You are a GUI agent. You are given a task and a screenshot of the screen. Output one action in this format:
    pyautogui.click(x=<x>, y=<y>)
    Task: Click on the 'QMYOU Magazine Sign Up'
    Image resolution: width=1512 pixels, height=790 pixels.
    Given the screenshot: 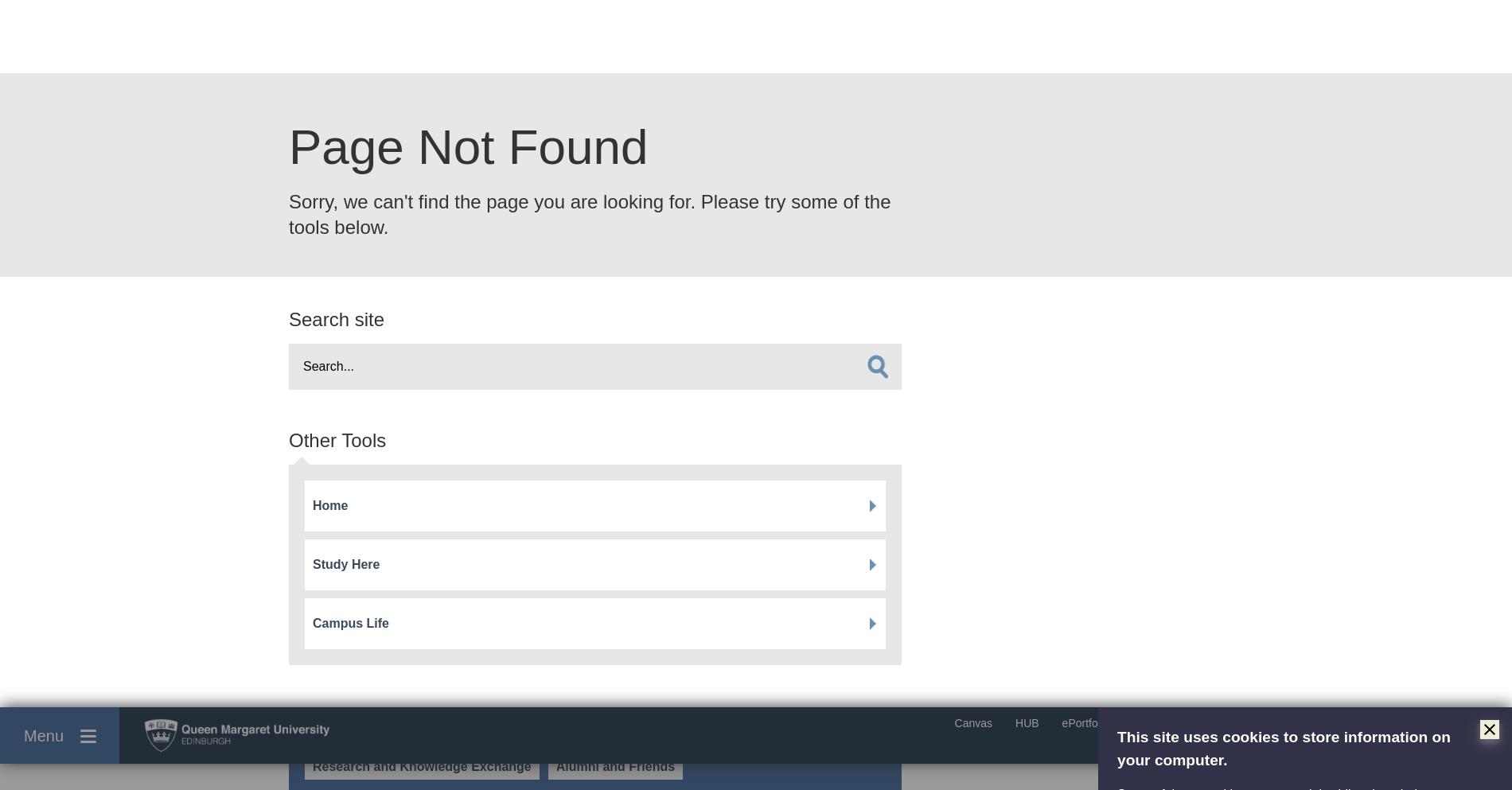 What is the action you would take?
    pyautogui.click(x=997, y=732)
    